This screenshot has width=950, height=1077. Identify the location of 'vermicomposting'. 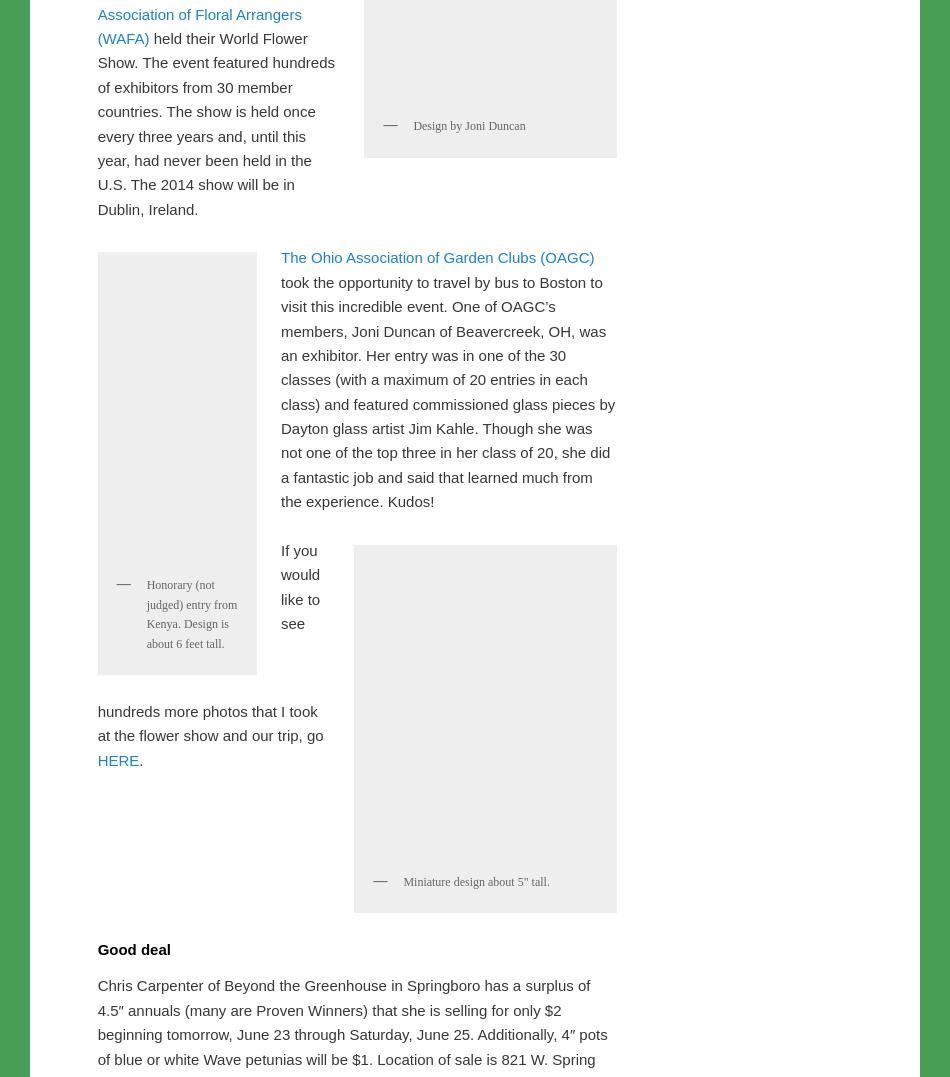
(210, 37).